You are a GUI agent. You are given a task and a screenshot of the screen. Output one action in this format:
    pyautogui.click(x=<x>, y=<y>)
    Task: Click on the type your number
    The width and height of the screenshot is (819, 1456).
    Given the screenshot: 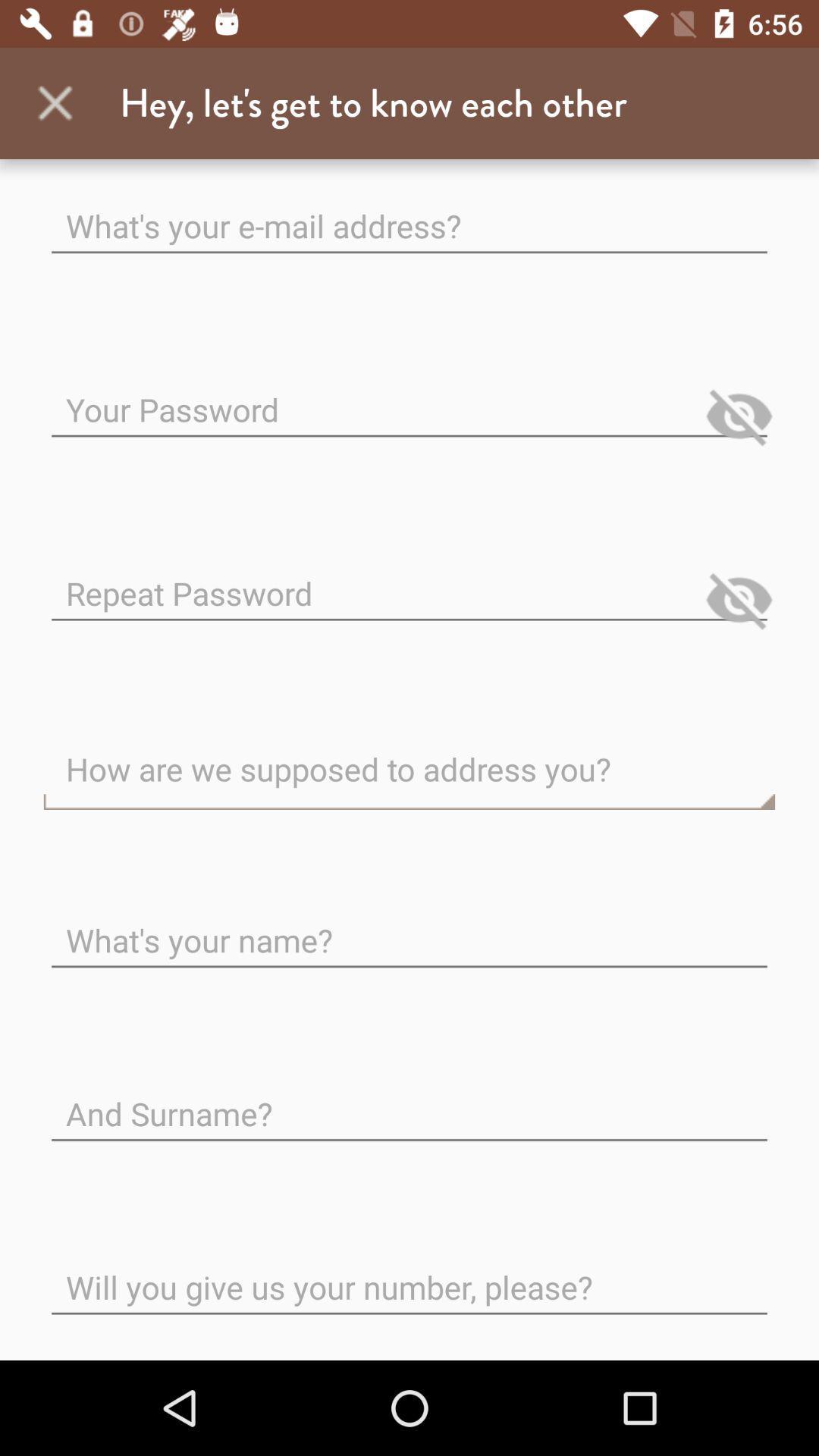 What is the action you would take?
    pyautogui.click(x=409, y=1274)
    